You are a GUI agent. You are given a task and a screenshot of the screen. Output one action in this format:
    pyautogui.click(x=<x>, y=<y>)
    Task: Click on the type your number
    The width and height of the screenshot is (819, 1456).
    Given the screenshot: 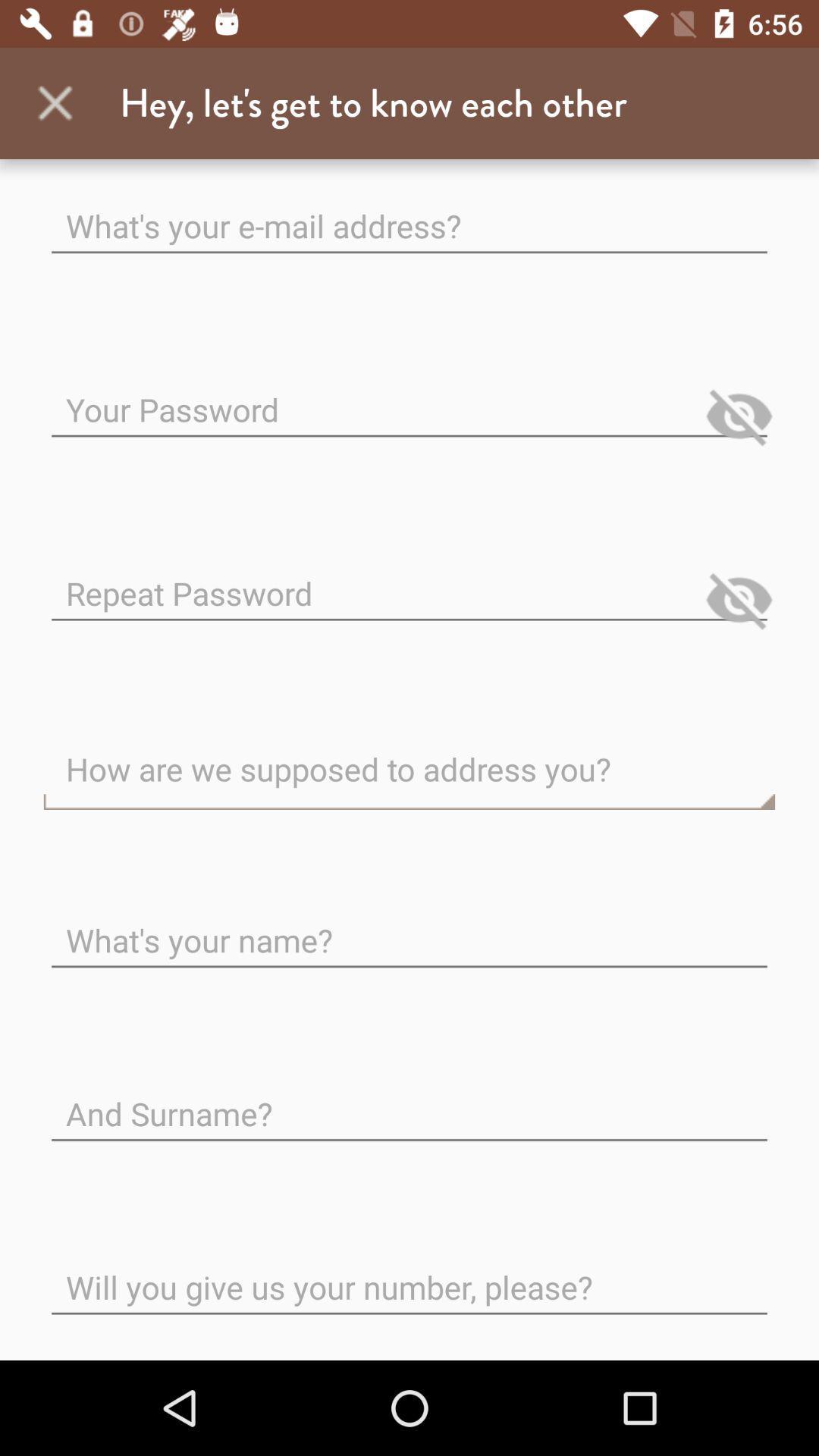 What is the action you would take?
    pyautogui.click(x=409, y=1274)
    